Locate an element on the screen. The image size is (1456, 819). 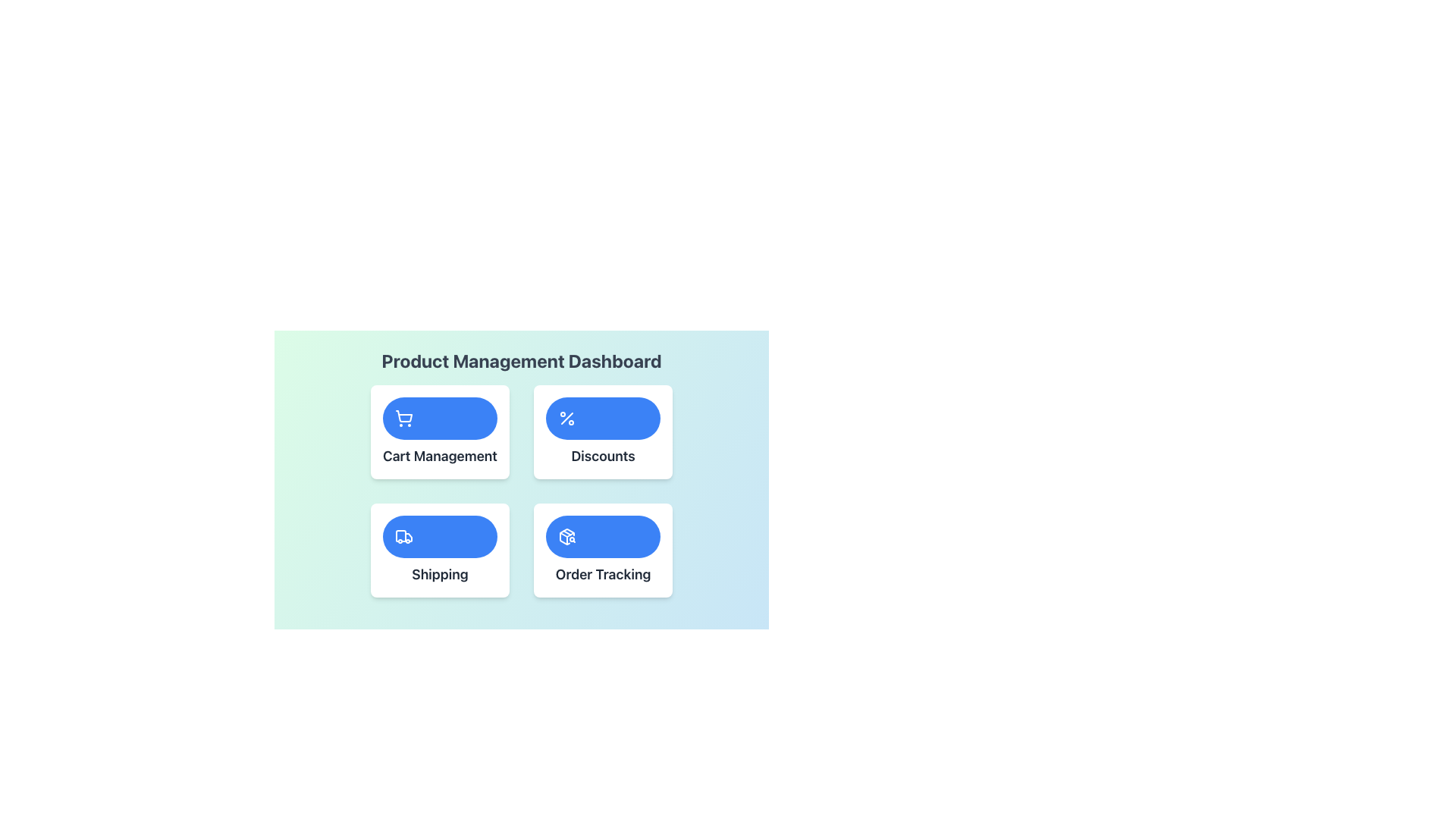
the 'Discounts' button located in the top right section of the grid layout is located at coordinates (602, 432).